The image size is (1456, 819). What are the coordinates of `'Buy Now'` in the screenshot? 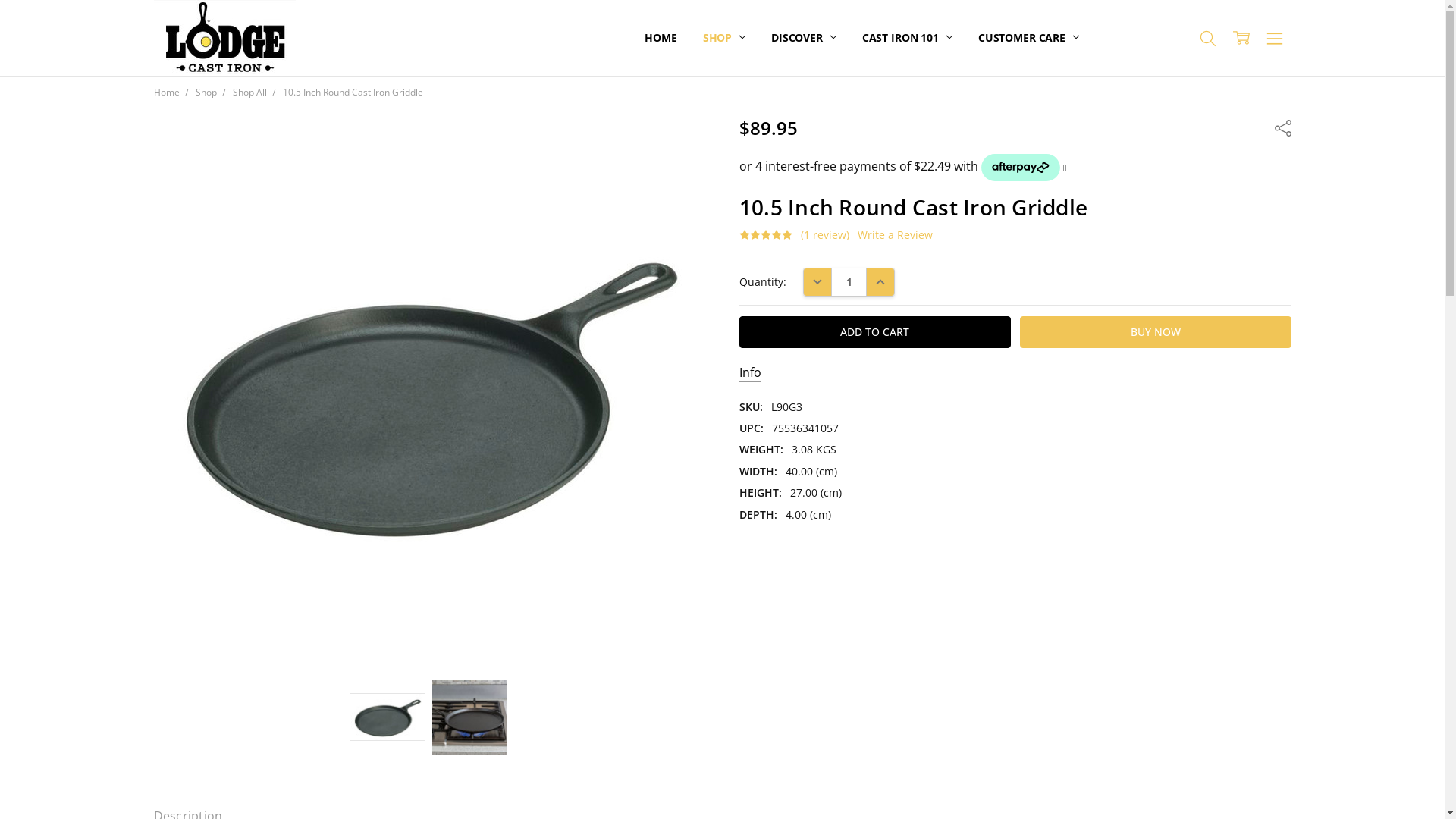 It's located at (1154, 331).